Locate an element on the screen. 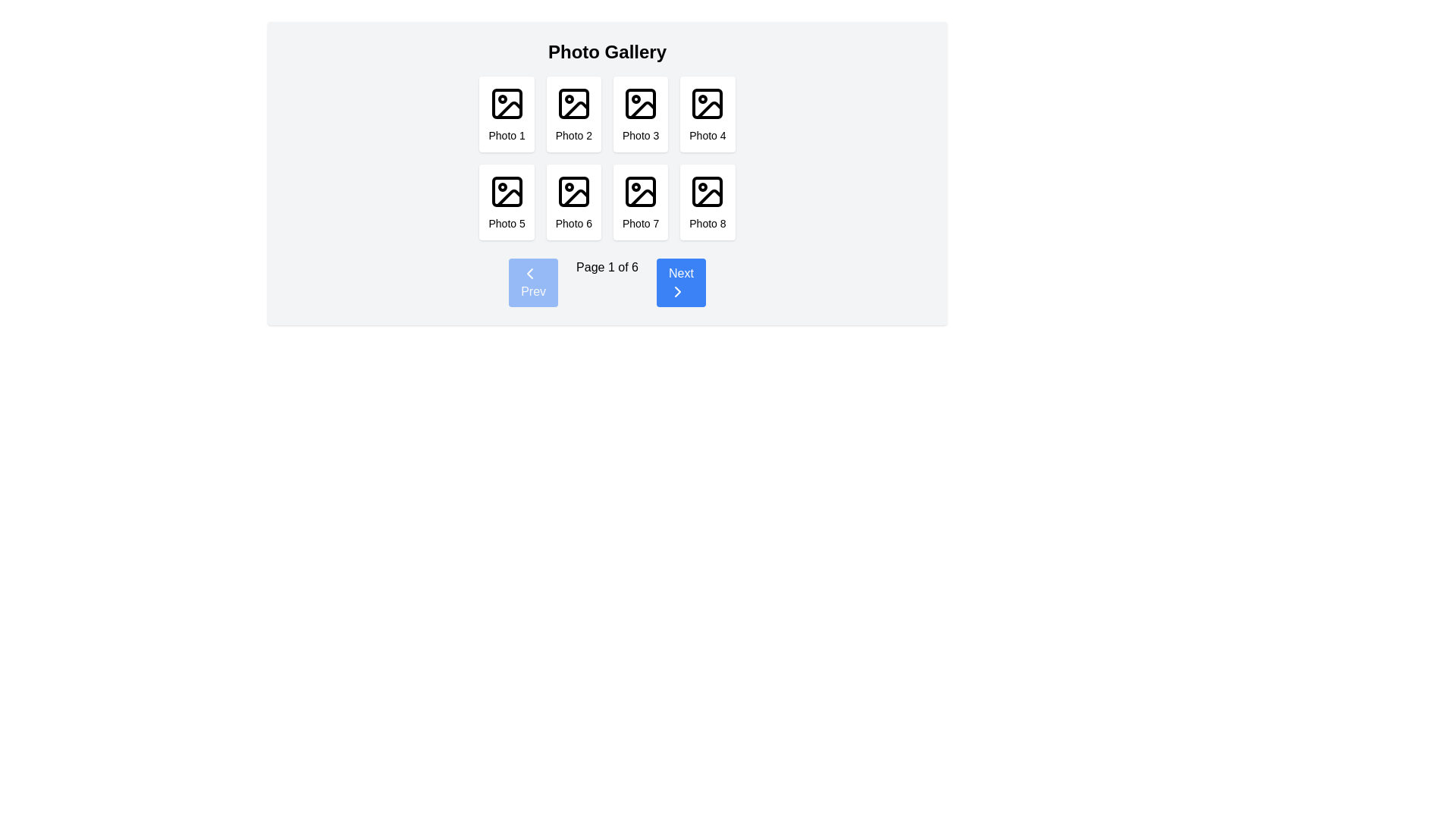 This screenshot has height=819, width=1456. the card representing 'Photo 3' in the photo gallery is located at coordinates (640, 113).